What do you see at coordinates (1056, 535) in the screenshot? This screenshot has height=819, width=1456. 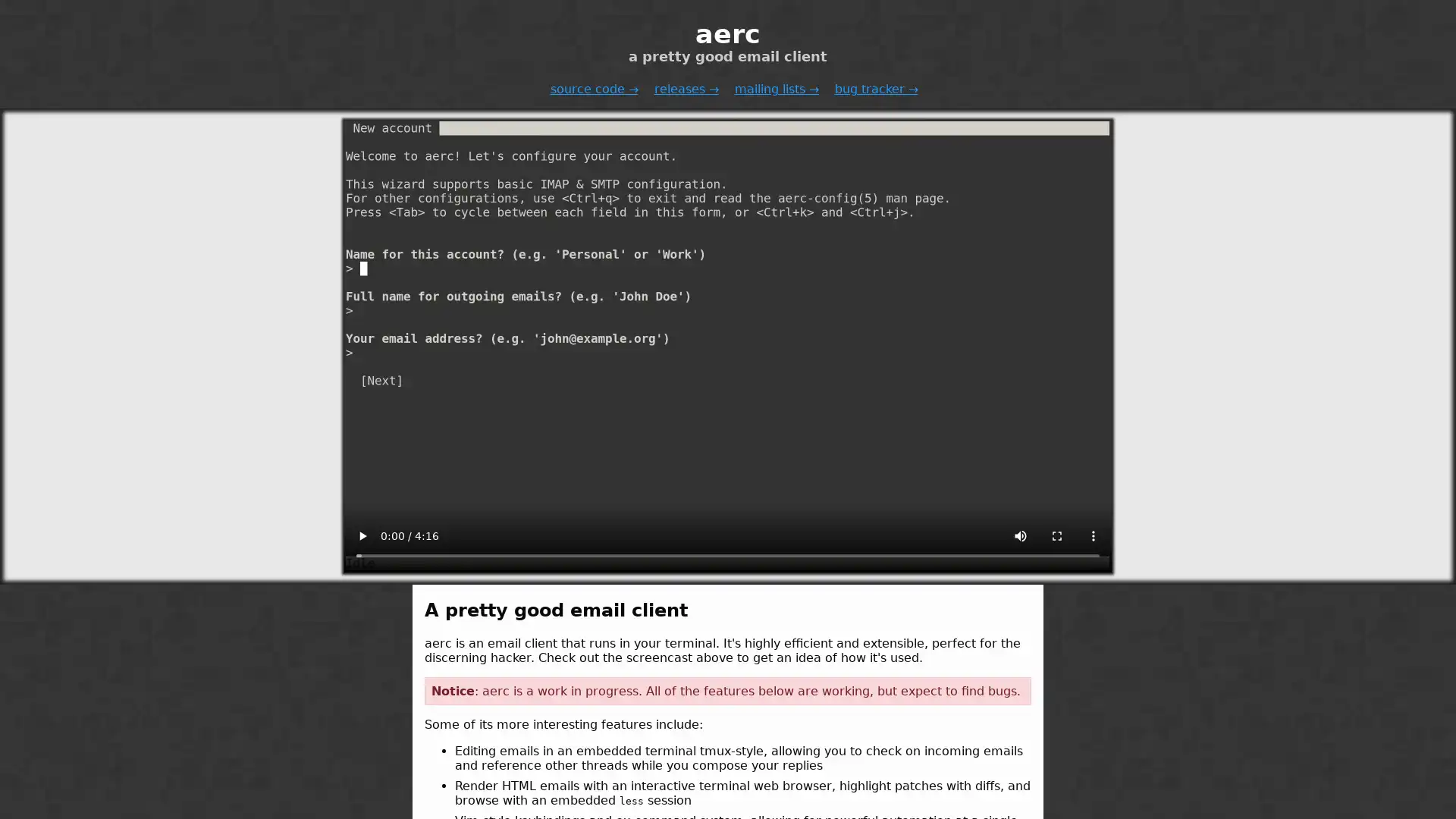 I see `enter full screen` at bounding box center [1056, 535].